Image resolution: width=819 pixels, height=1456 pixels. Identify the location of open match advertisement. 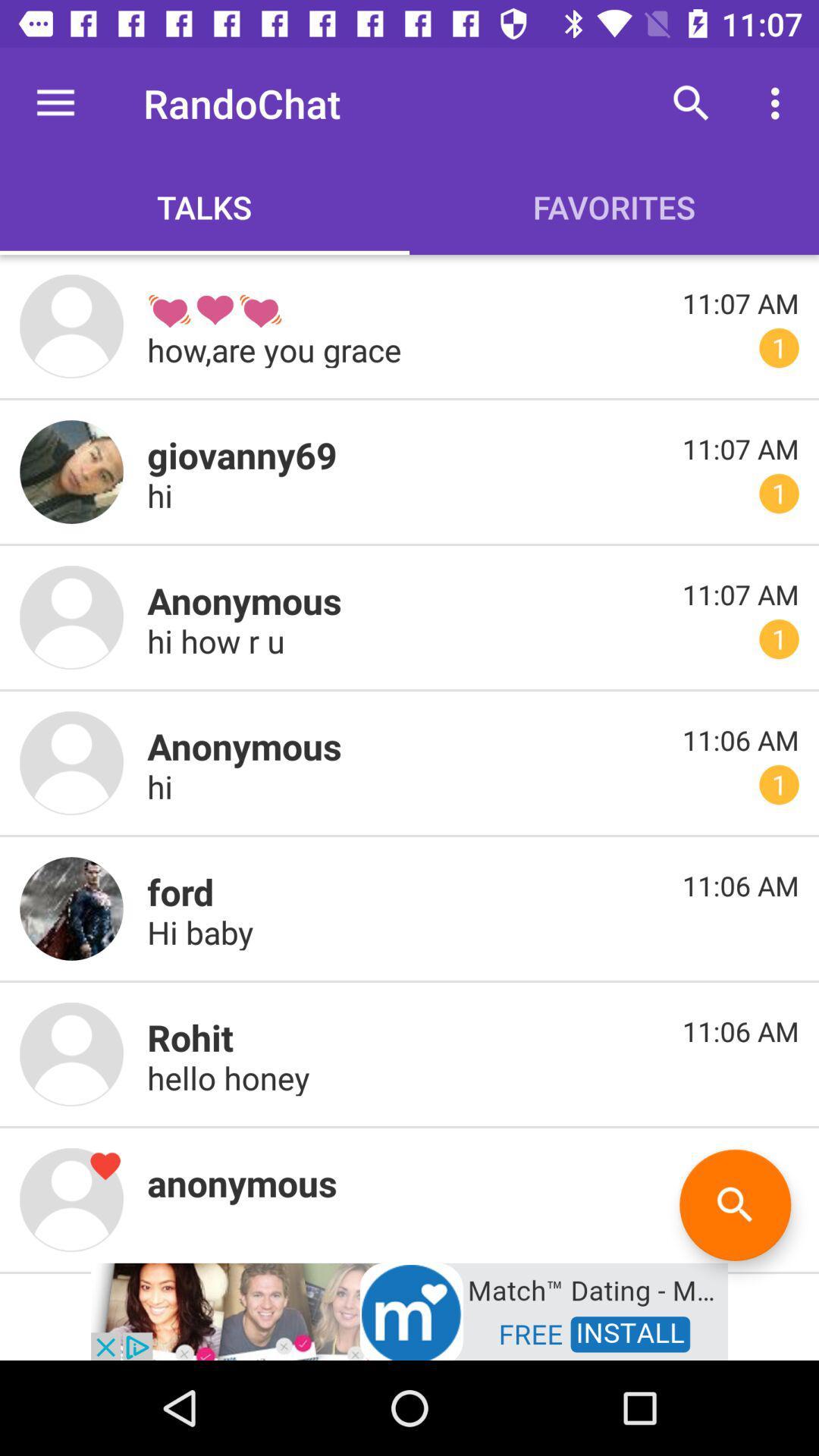
(409, 1310).